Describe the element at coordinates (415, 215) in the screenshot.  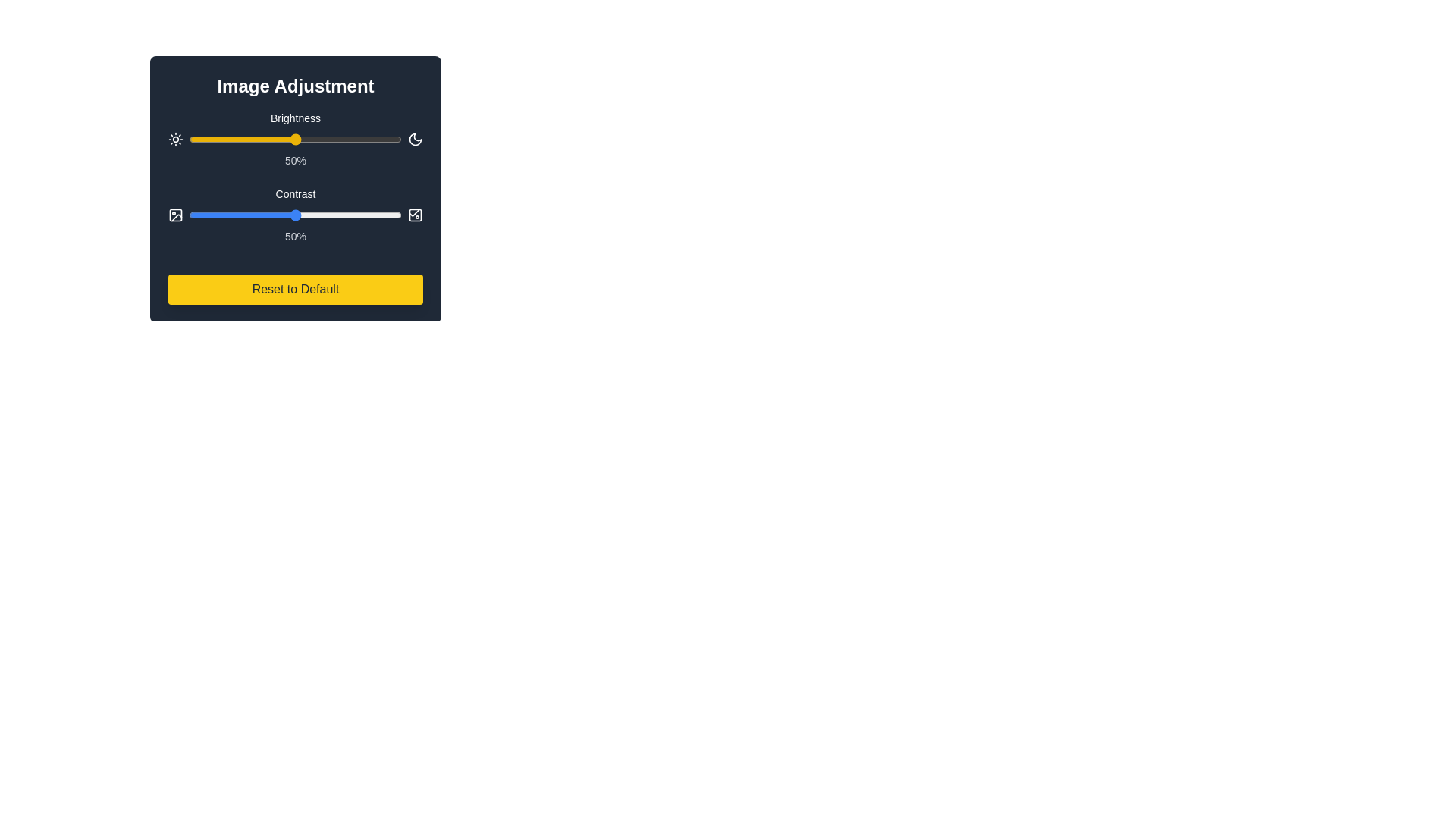
I see `the contrast adjustment icon button located at the far right of the contrast adjustment row` at that location.